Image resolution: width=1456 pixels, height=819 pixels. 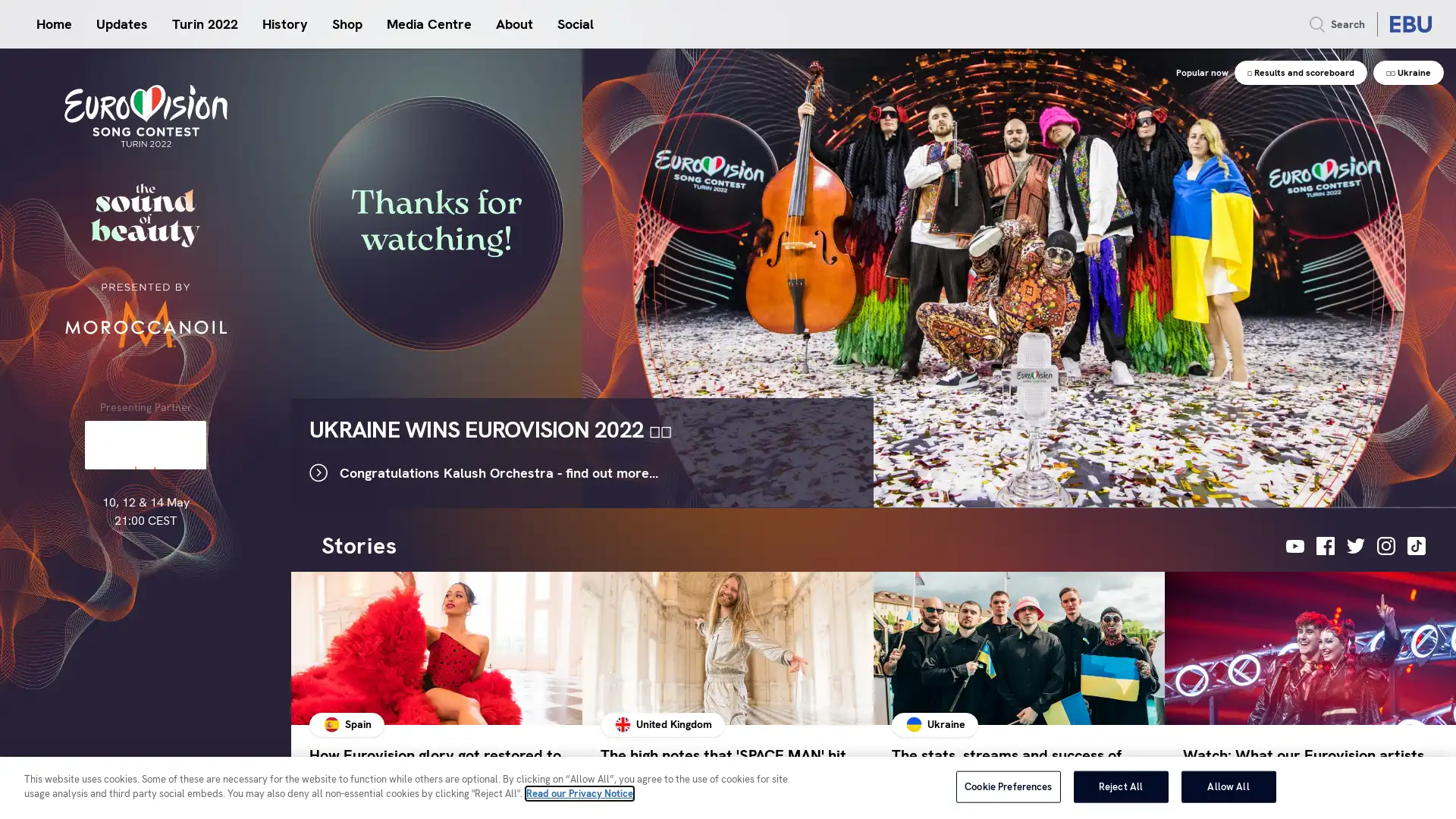 I want to click on Allow All, so click(x=1228, y=786).